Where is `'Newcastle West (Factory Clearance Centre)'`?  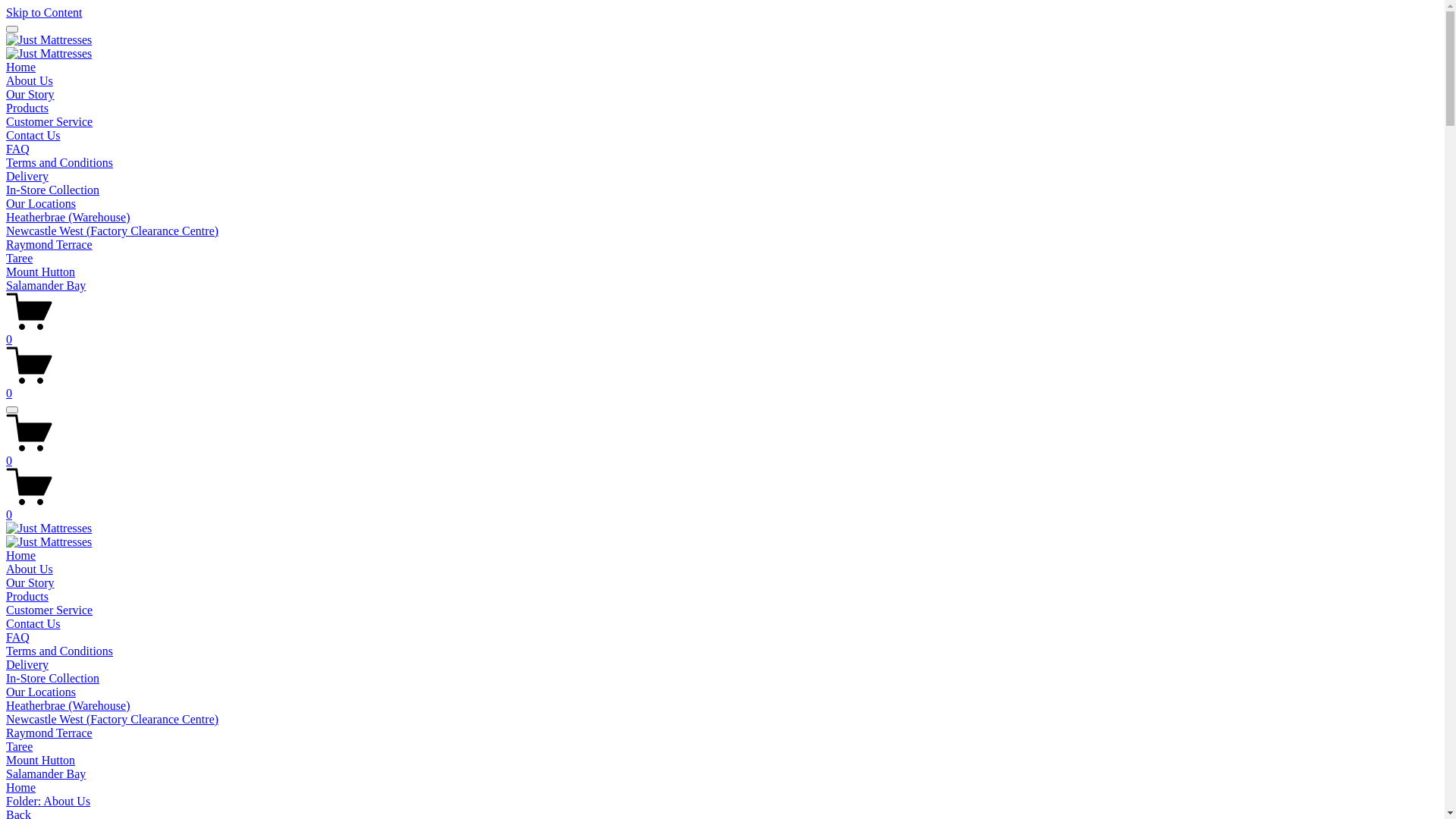
'Newcastle West (Factory Clearance Centre)' is located at coordinates (111, 718).